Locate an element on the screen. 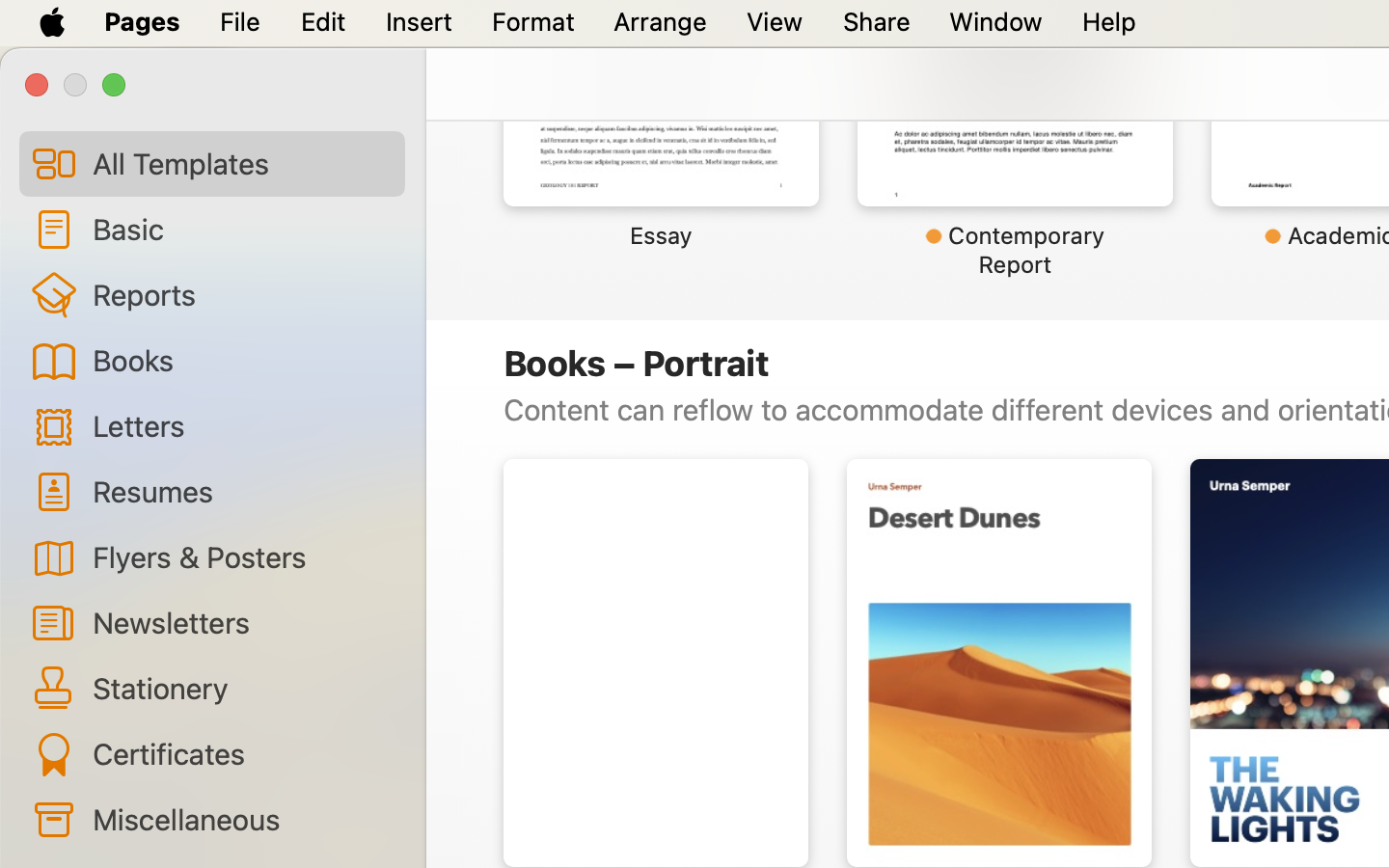  'Newsletters' is located at coordinates (239, 622).